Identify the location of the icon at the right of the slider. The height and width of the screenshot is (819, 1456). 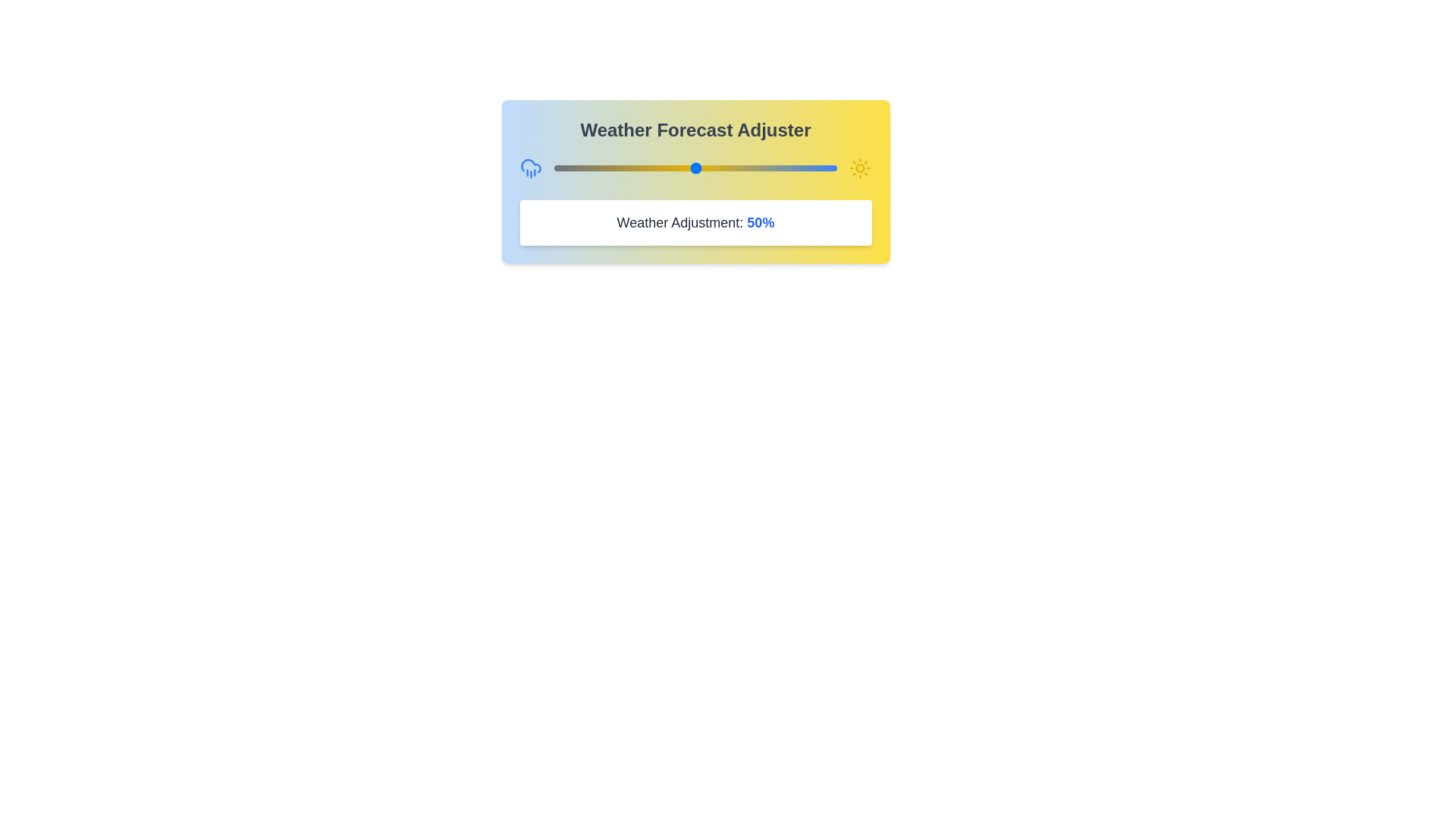
(860, 168).